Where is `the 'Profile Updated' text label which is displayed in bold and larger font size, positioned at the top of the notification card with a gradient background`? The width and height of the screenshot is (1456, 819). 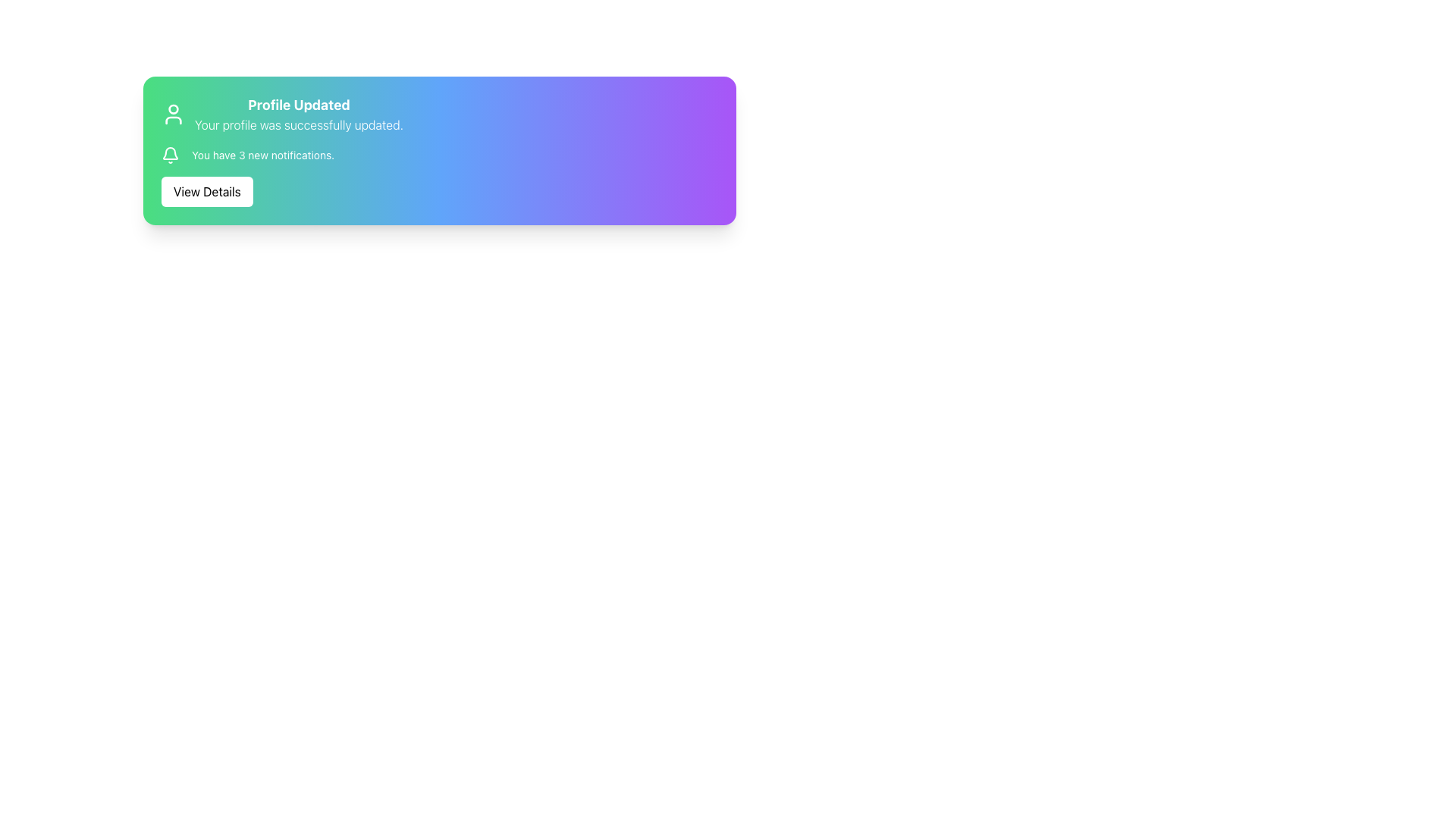 the 'Profile Updated' text label which is displayed in bold and larger font size, positioned at the top of the notification card with a gradient background is located at coordinates (299, 104).